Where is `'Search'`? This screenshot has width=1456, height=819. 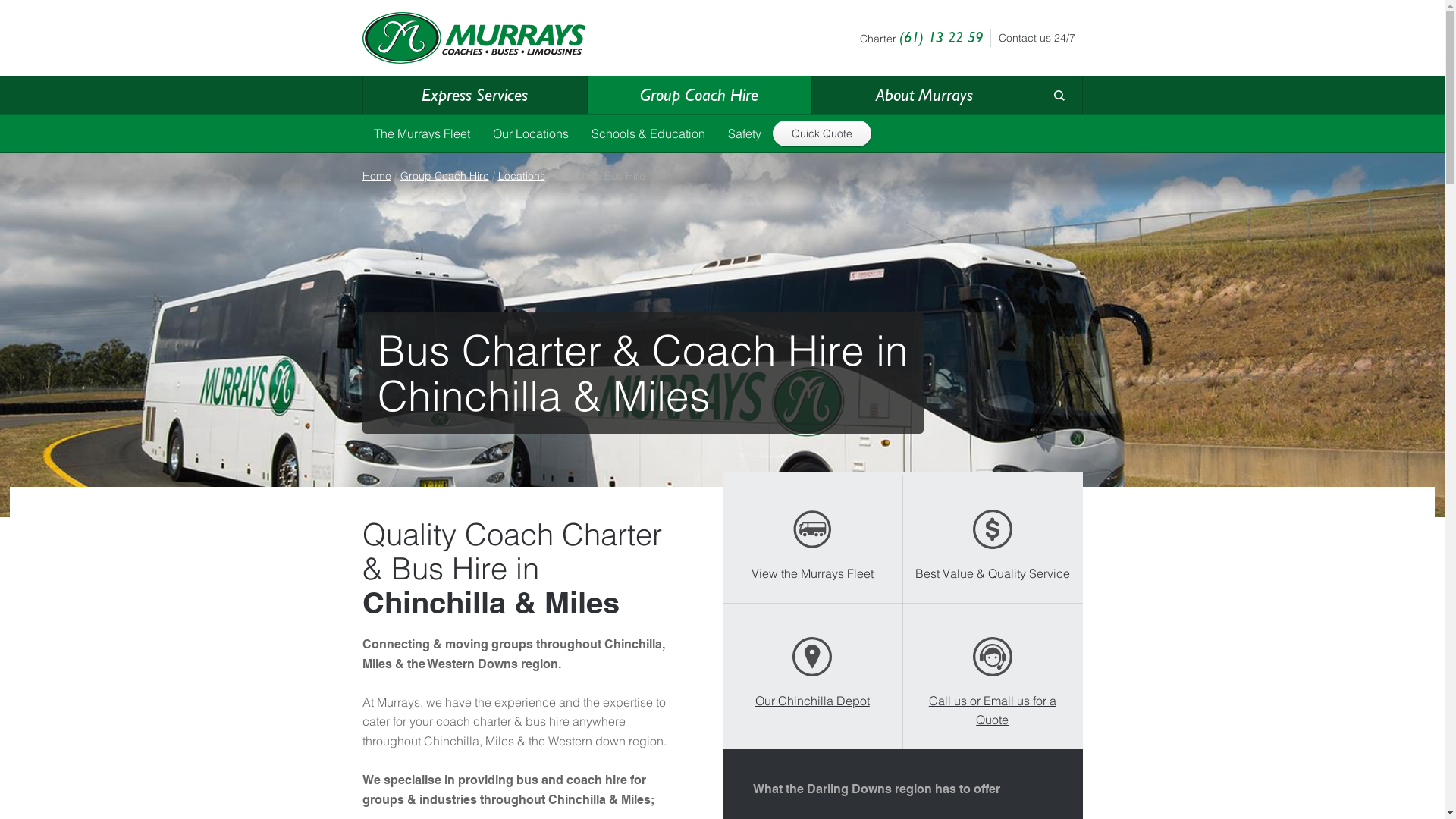
'Search' is located at coordinates (1037, 122).